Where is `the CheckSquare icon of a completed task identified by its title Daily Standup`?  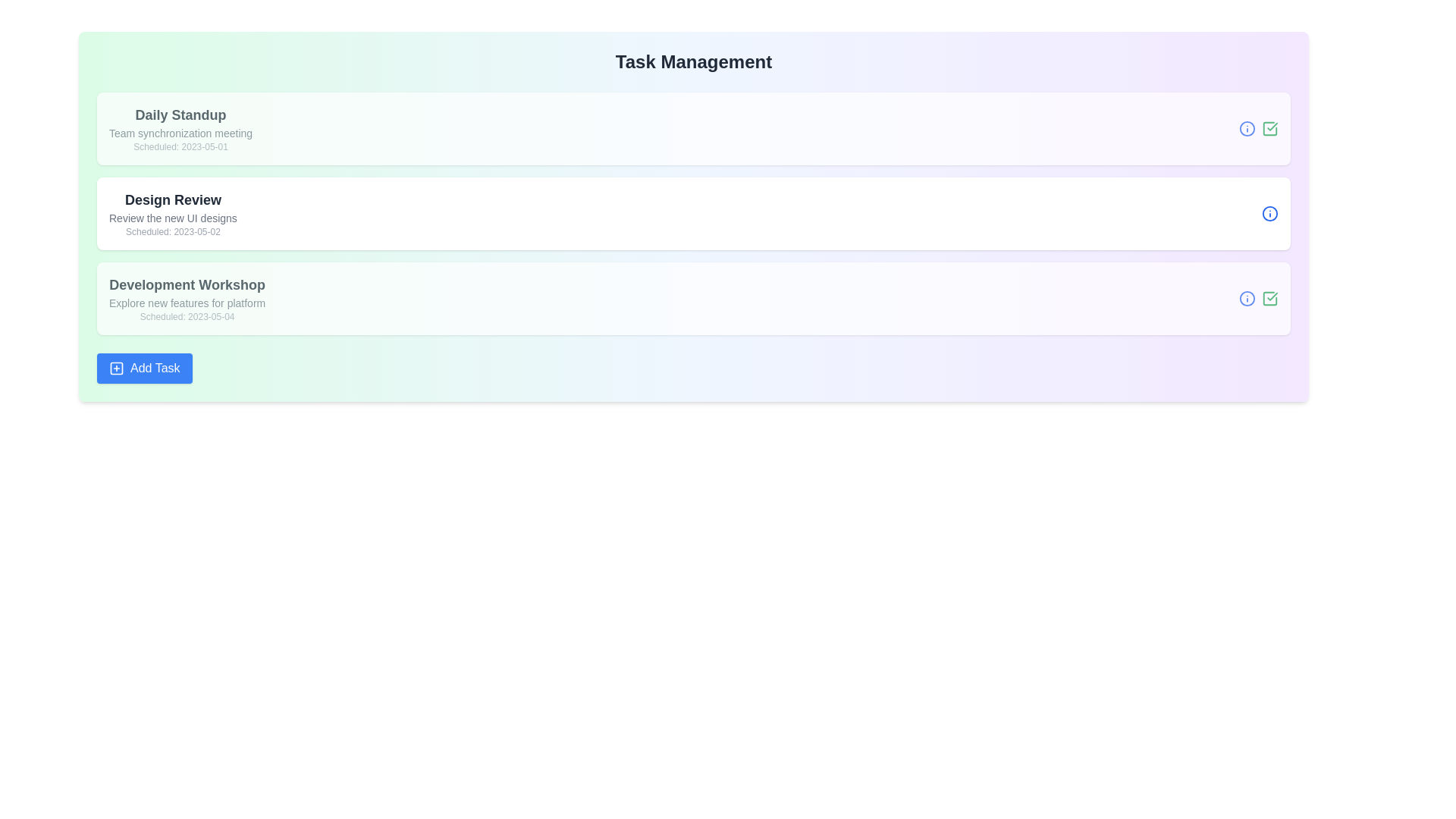
the CheckSquare icon of a completed task identified by its title Daily Standup is located at coordinates (1270, 127).